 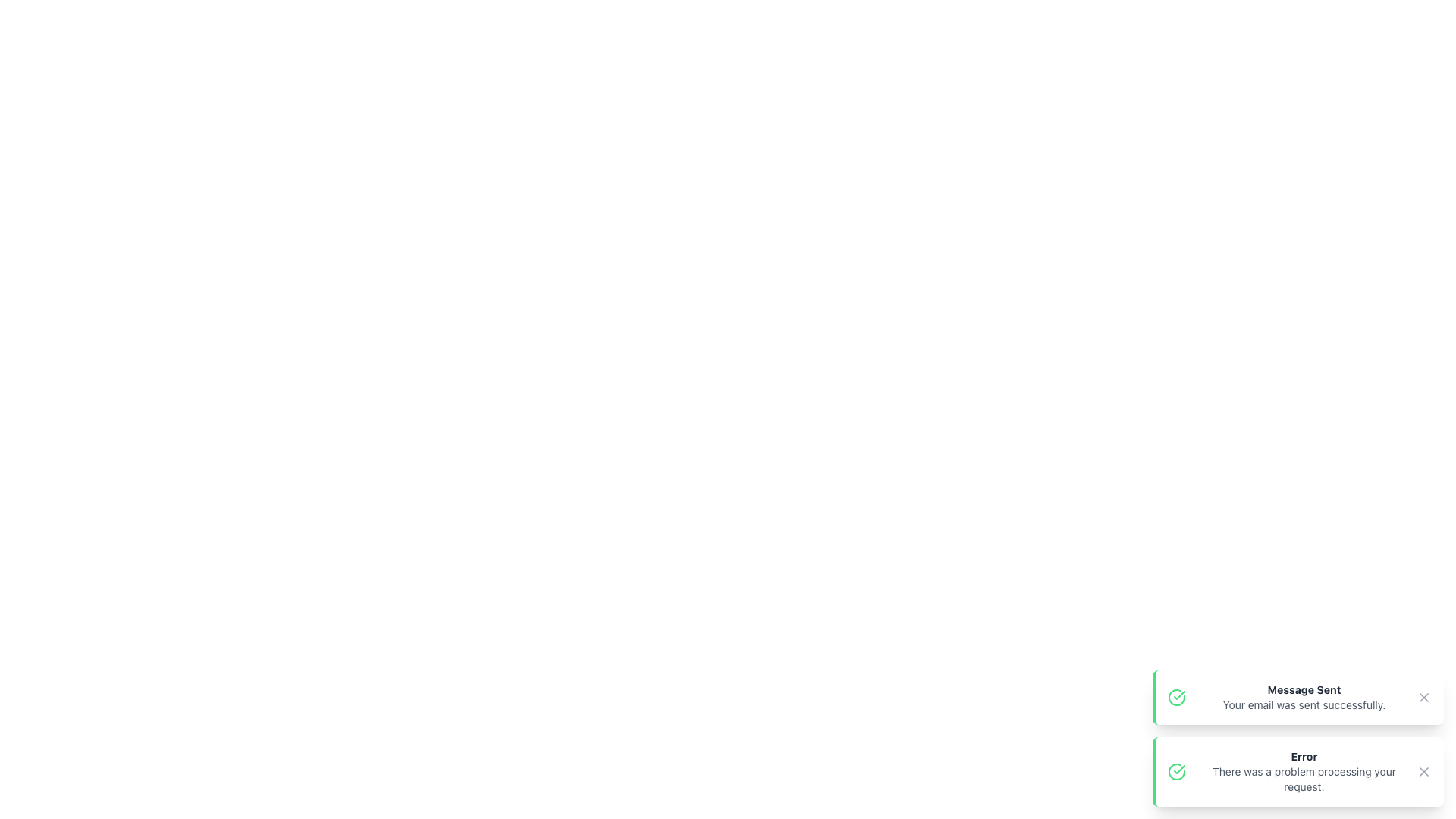 I want to click on the Text Label that indicates an error state or notification, located above the text 'There was a problem processing your request.', so click(x=1303, y=757).